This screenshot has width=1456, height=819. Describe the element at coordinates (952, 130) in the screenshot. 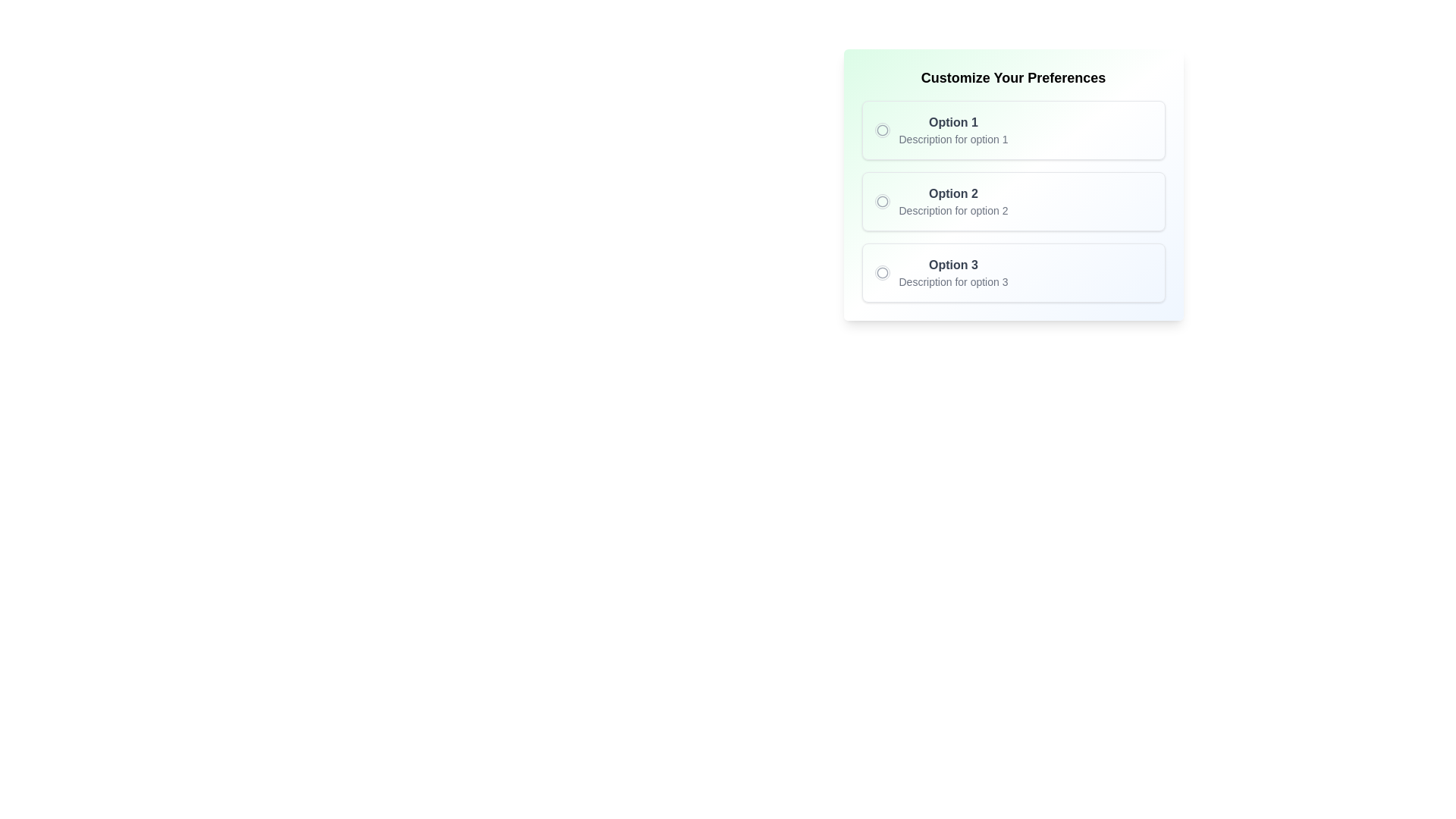

I see `the text area containing the title 'Option 1' and description 'Description for option 1', which is the first of three option boxes at the top of the group` at that location.